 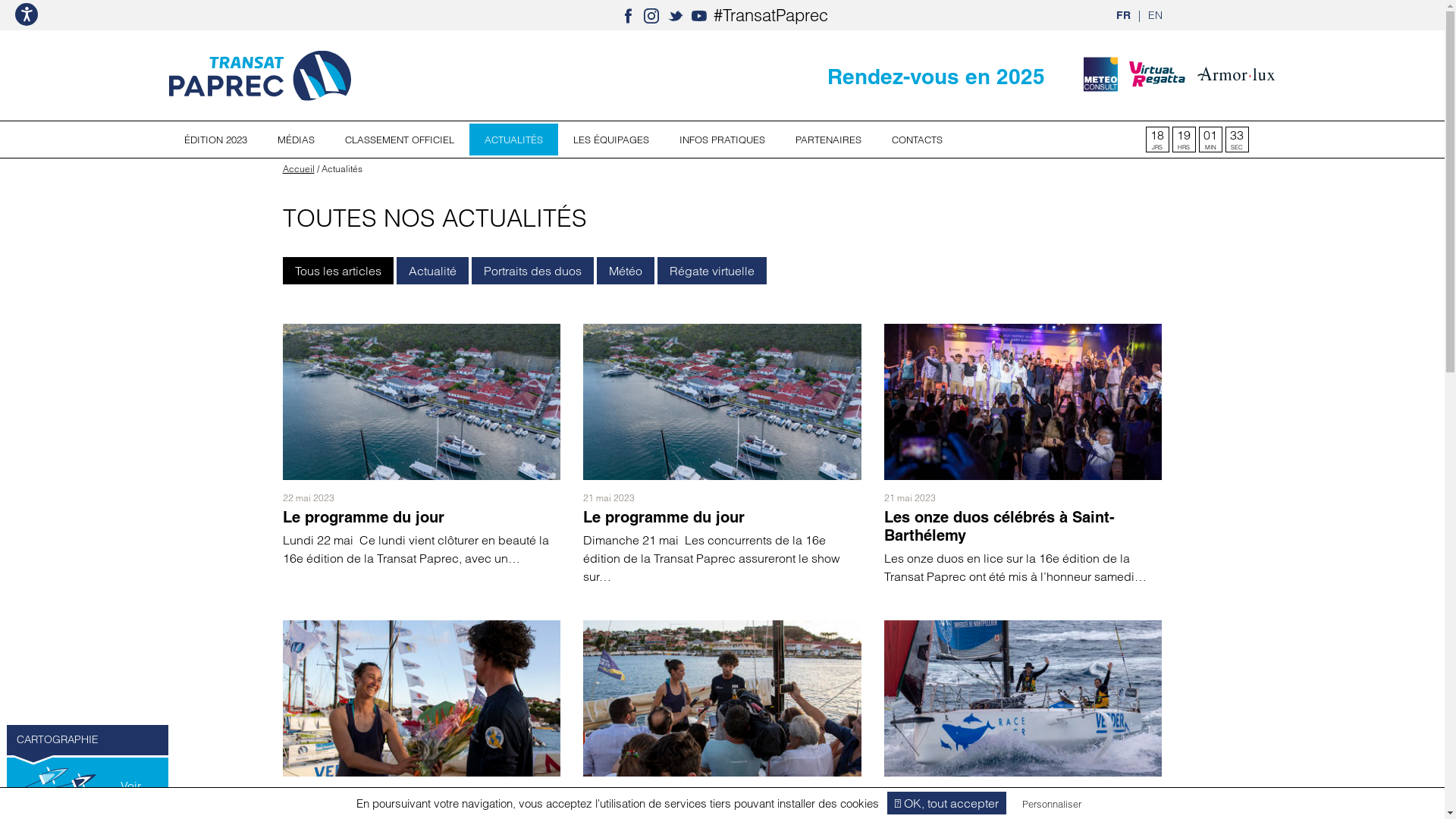 I want to click on 'FR', so click(x=1123, y=14).